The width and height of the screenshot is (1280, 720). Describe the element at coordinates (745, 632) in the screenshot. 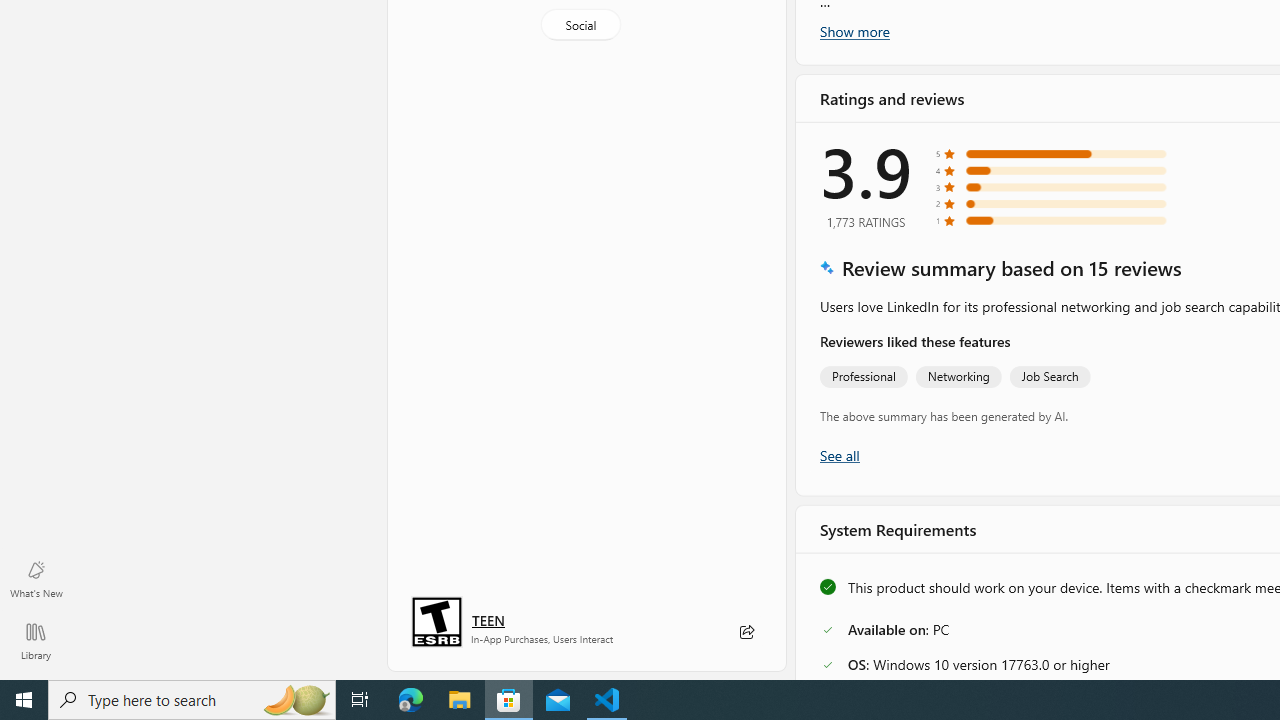

I see `'Share'` at that location.